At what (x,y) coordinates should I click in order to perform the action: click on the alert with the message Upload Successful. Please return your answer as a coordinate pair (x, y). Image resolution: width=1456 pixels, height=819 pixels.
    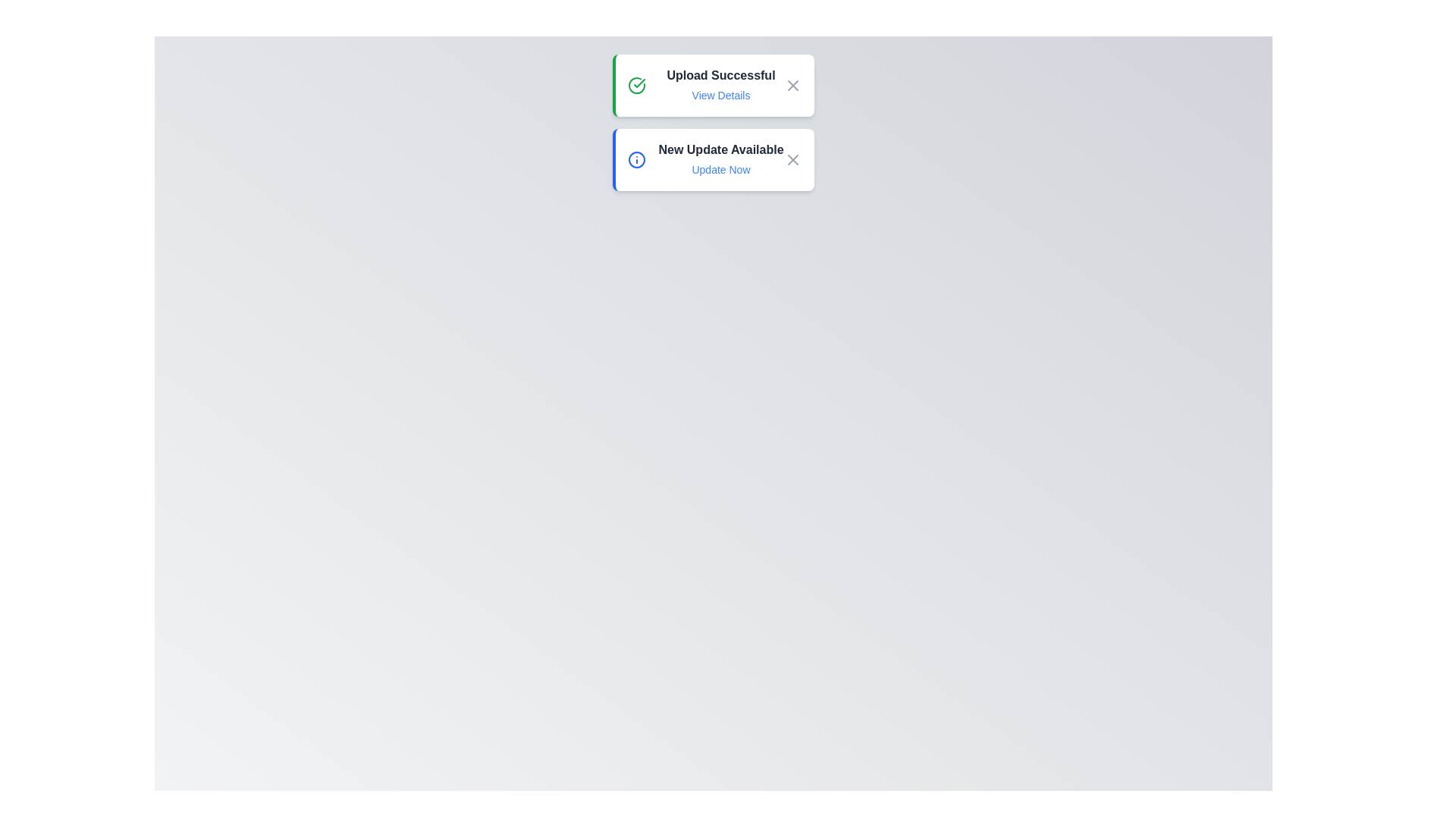
    Looking at the image, I should click on (712, 85).